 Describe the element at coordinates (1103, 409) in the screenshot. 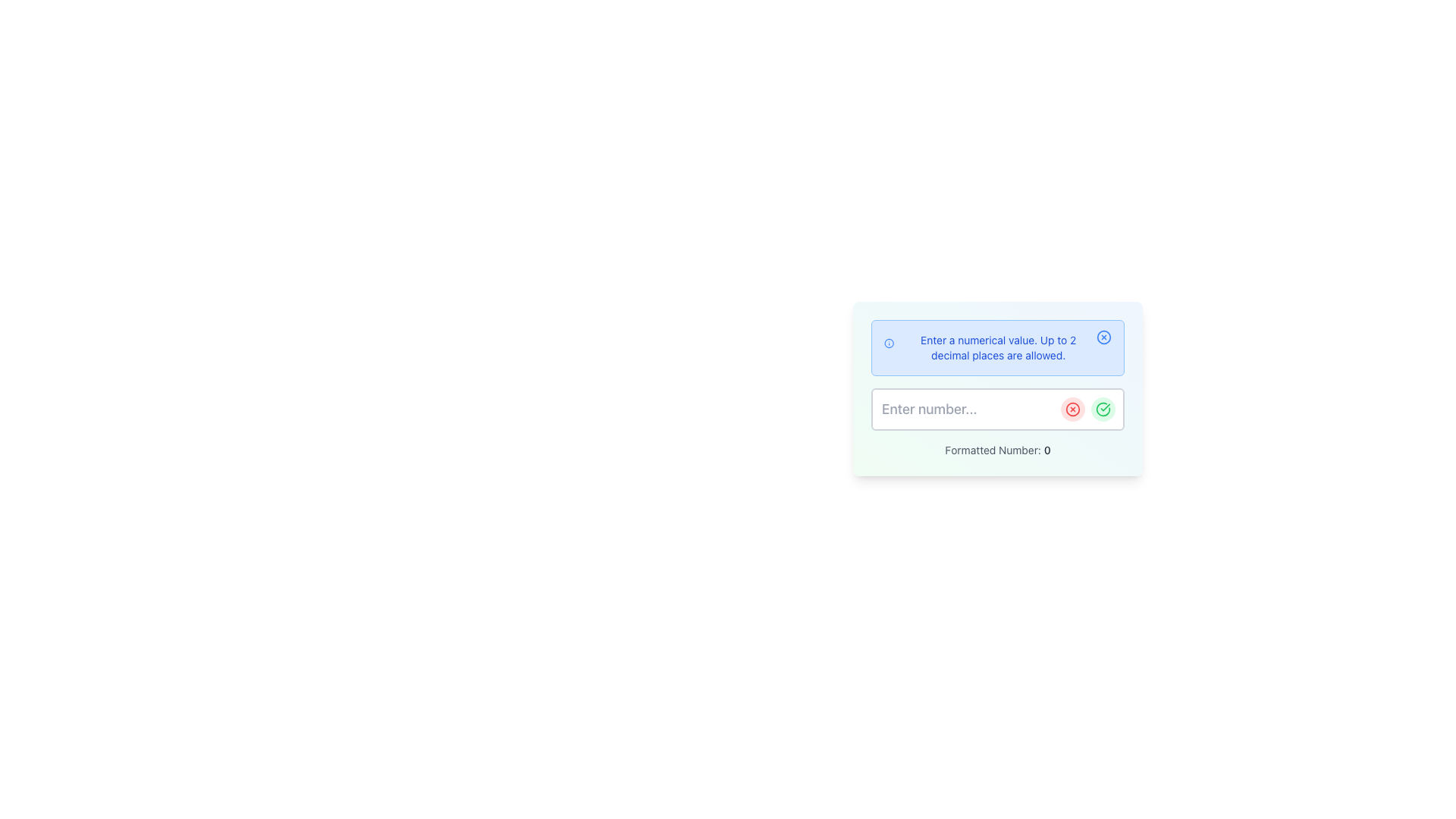

I see `the circular green checkmark icon located to the right of the input box labeled 'Enter number...'` at that location.